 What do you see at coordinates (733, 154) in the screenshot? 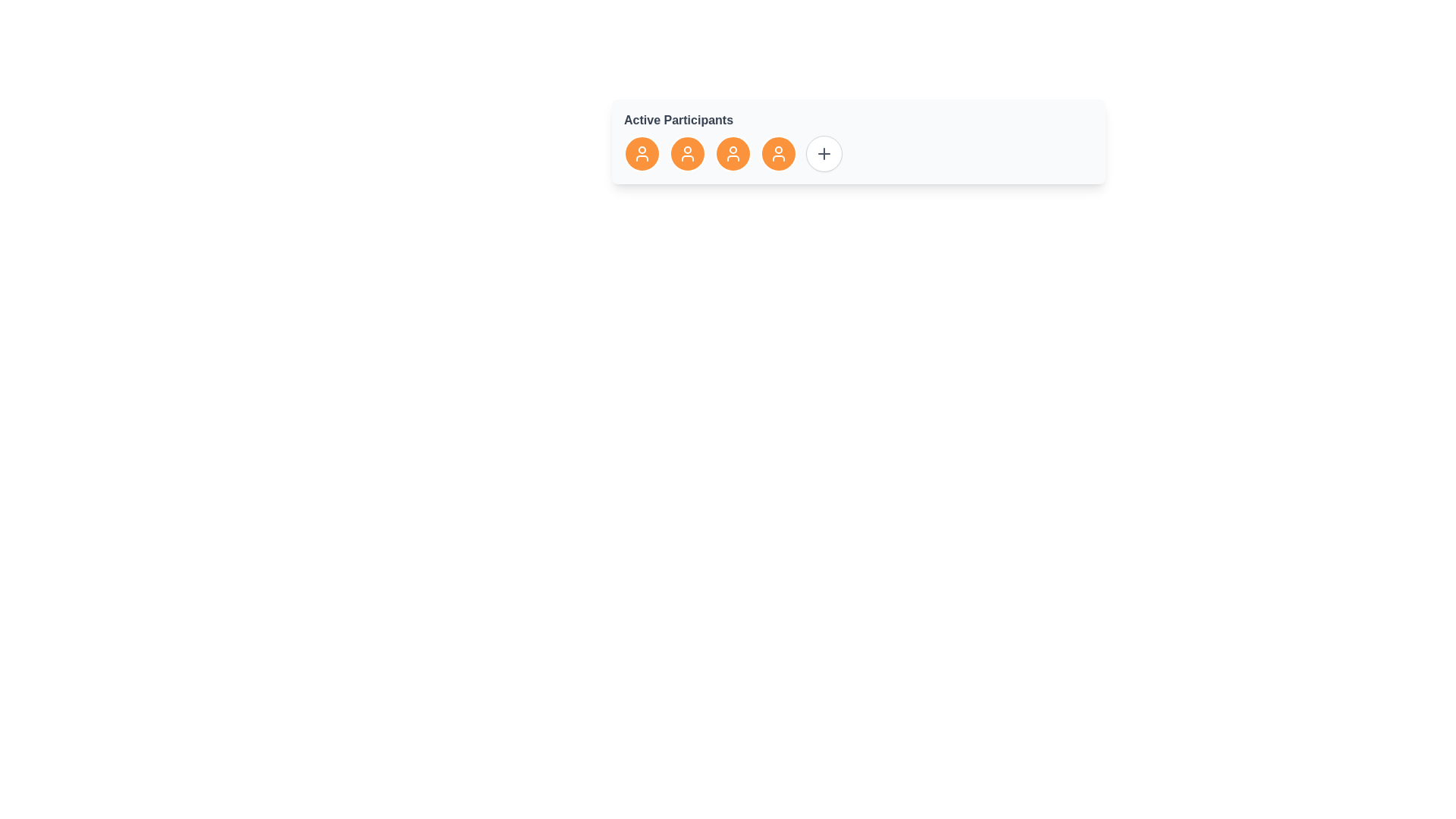
I see `the third orange user button in the 'Active Participants' section` at bounding box center [733, 154].